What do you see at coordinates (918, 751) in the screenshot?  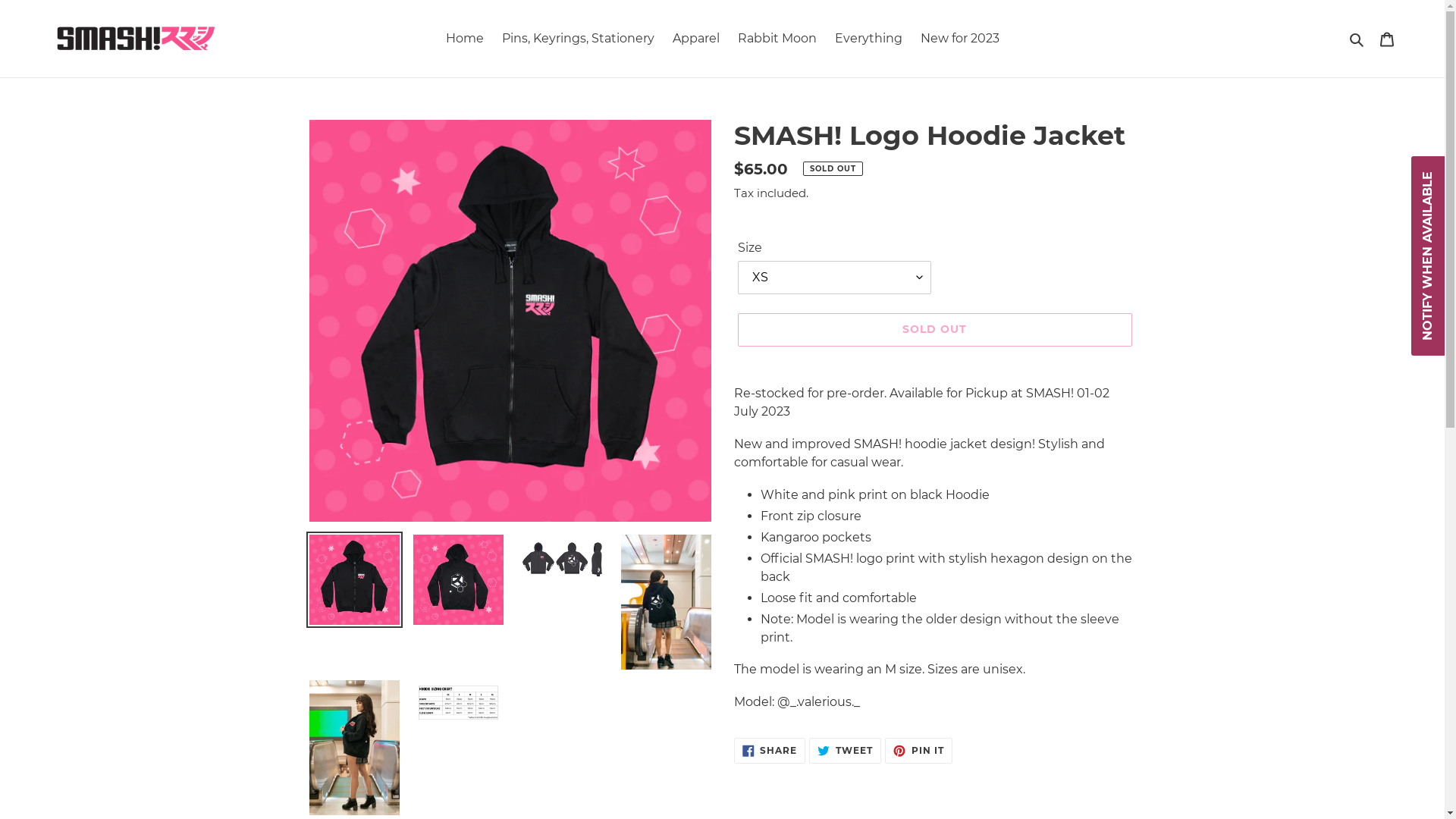 I see `'PIN IT` at bounding box center [918, 751].